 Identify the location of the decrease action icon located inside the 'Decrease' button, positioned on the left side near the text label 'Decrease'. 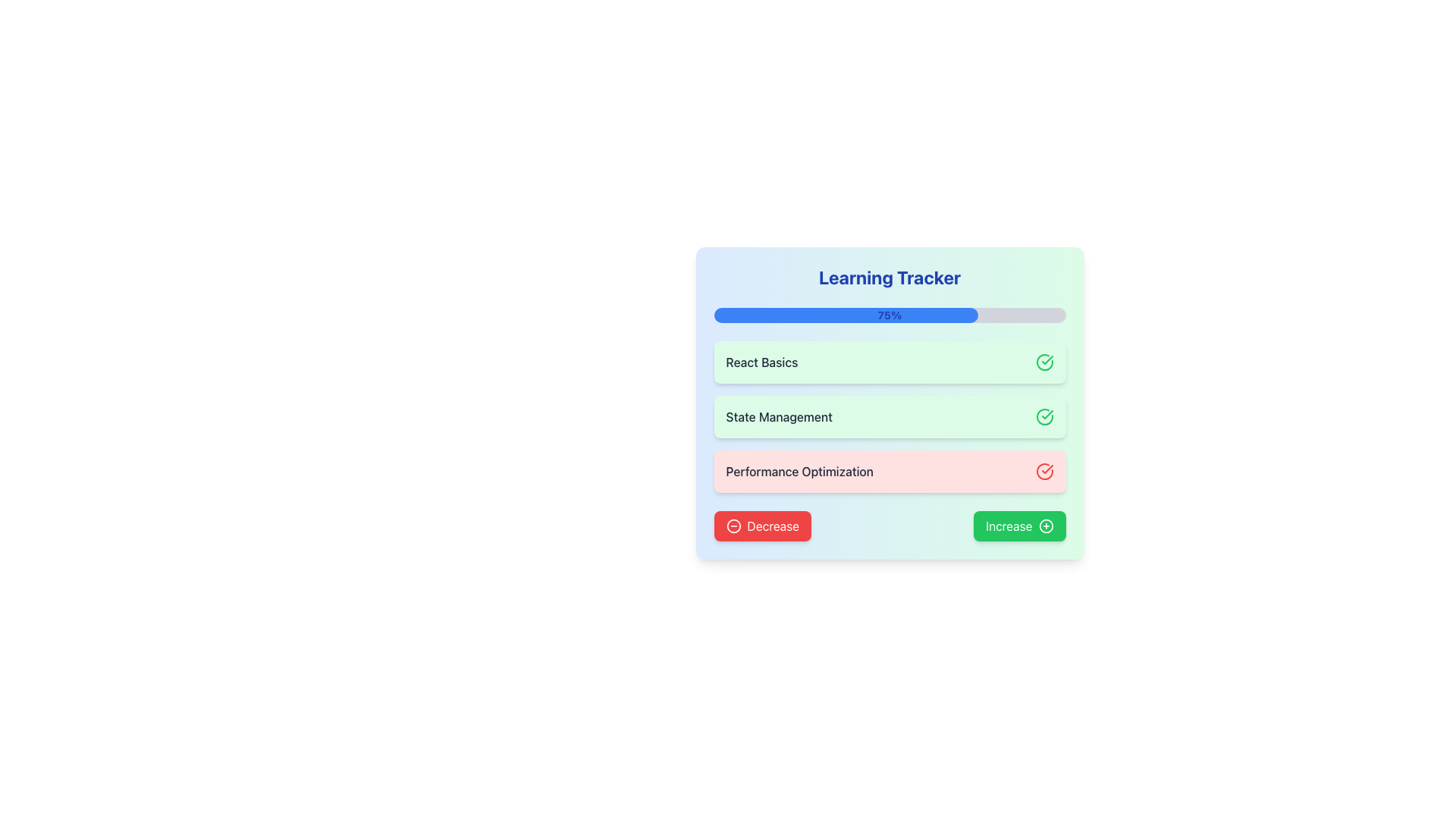
(733, 526).